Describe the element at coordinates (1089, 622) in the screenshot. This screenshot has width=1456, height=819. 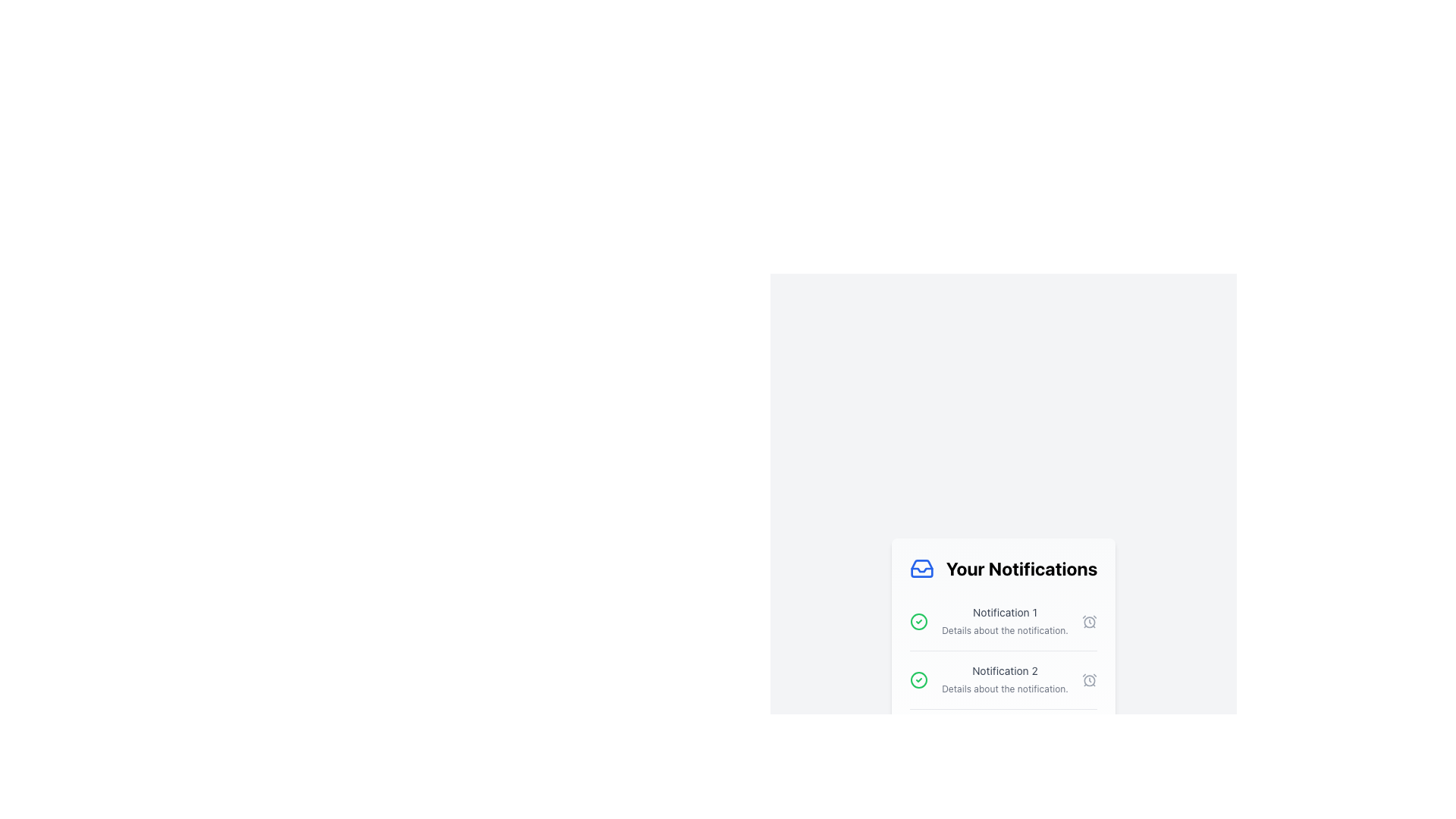
I see `the filled circle inside the second alarm clock icon adjacent to 'Notification 2' in the notification card layout` at that location.